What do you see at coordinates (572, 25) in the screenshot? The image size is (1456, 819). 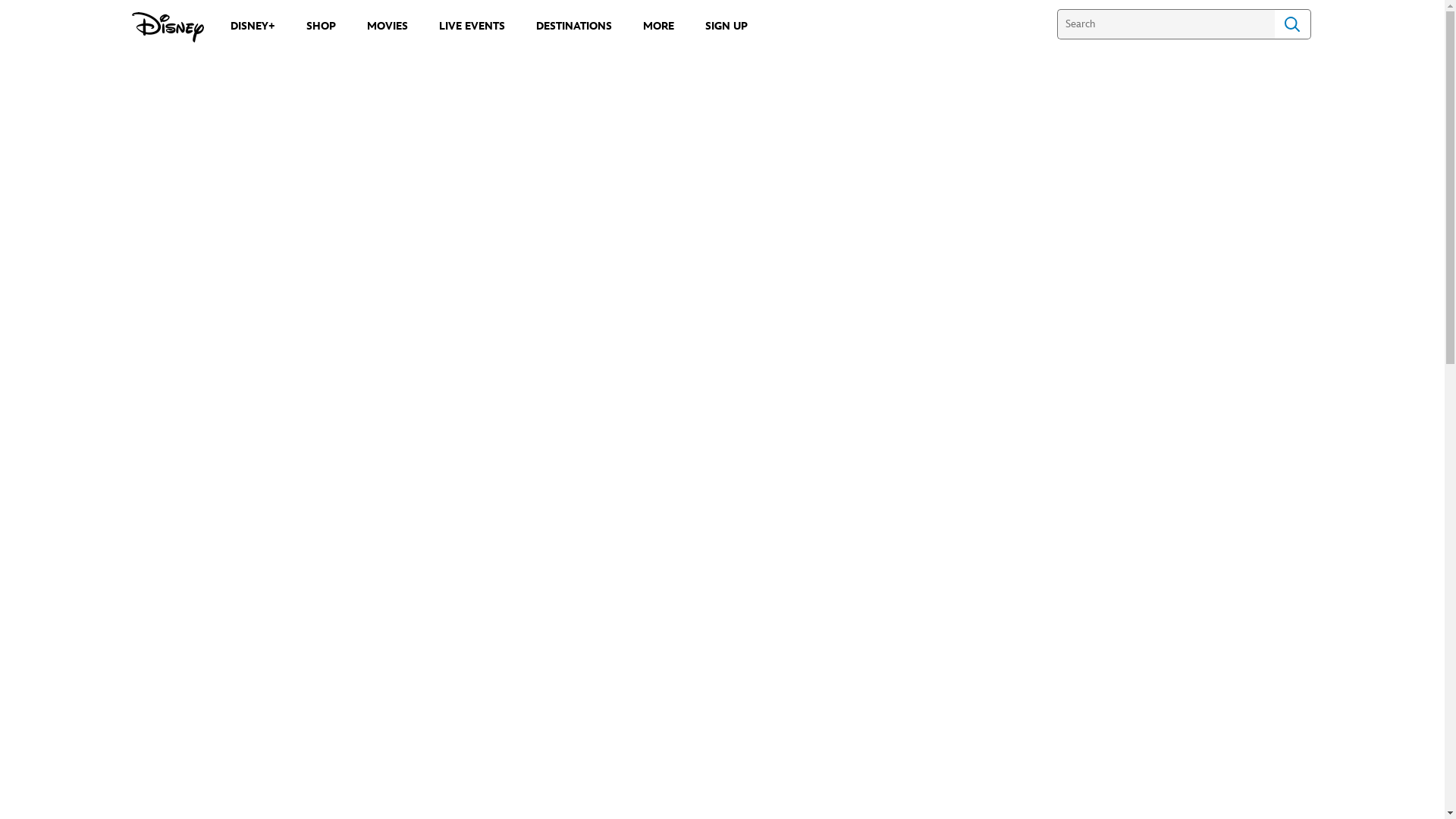 I see `'DESTINATIONS'` at bounding box center [572, 25].